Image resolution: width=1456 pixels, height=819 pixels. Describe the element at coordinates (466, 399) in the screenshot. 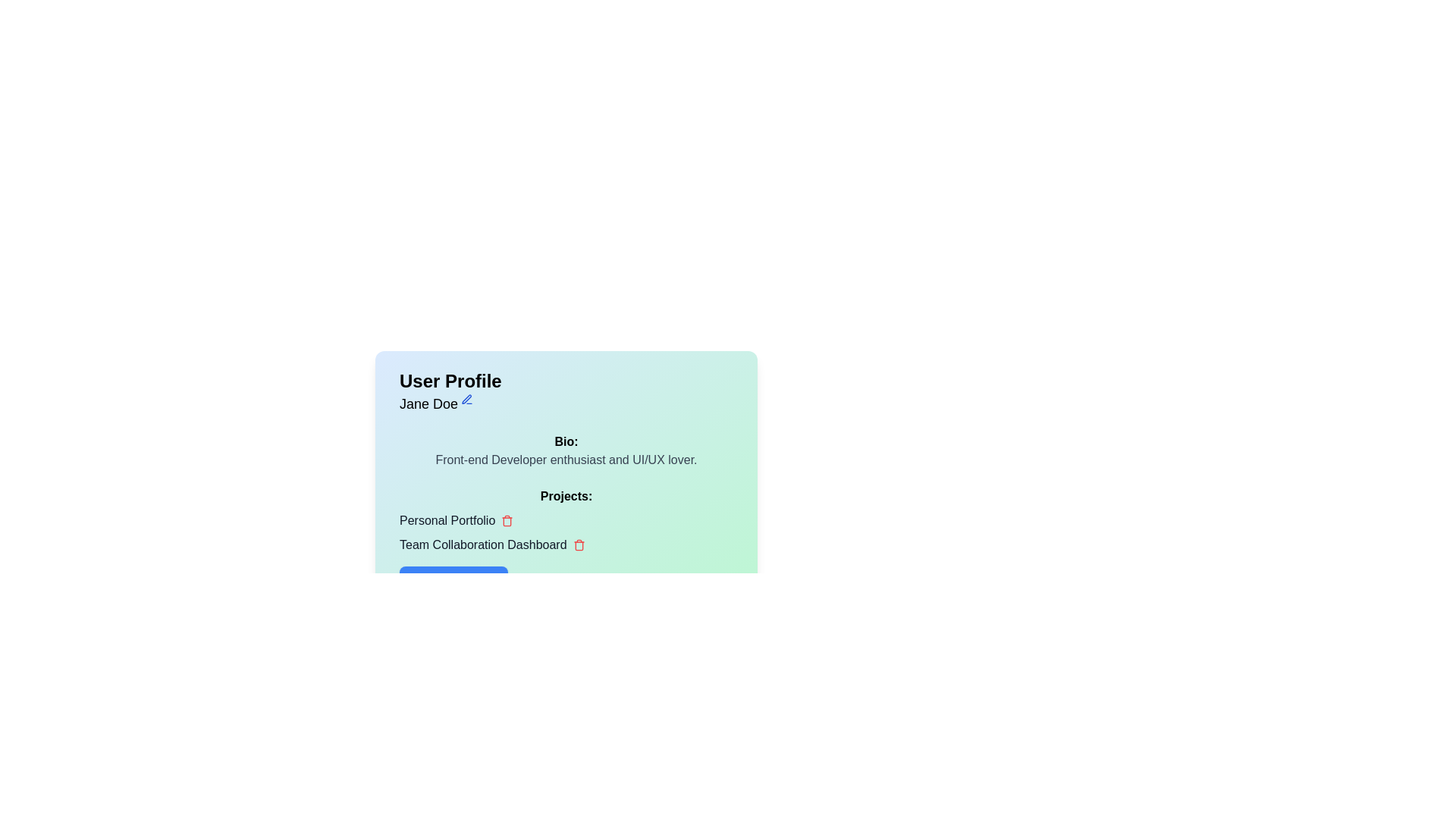

I see `the 'Edit' icon button located to the right of the text 'Jane Doe'` at that location.